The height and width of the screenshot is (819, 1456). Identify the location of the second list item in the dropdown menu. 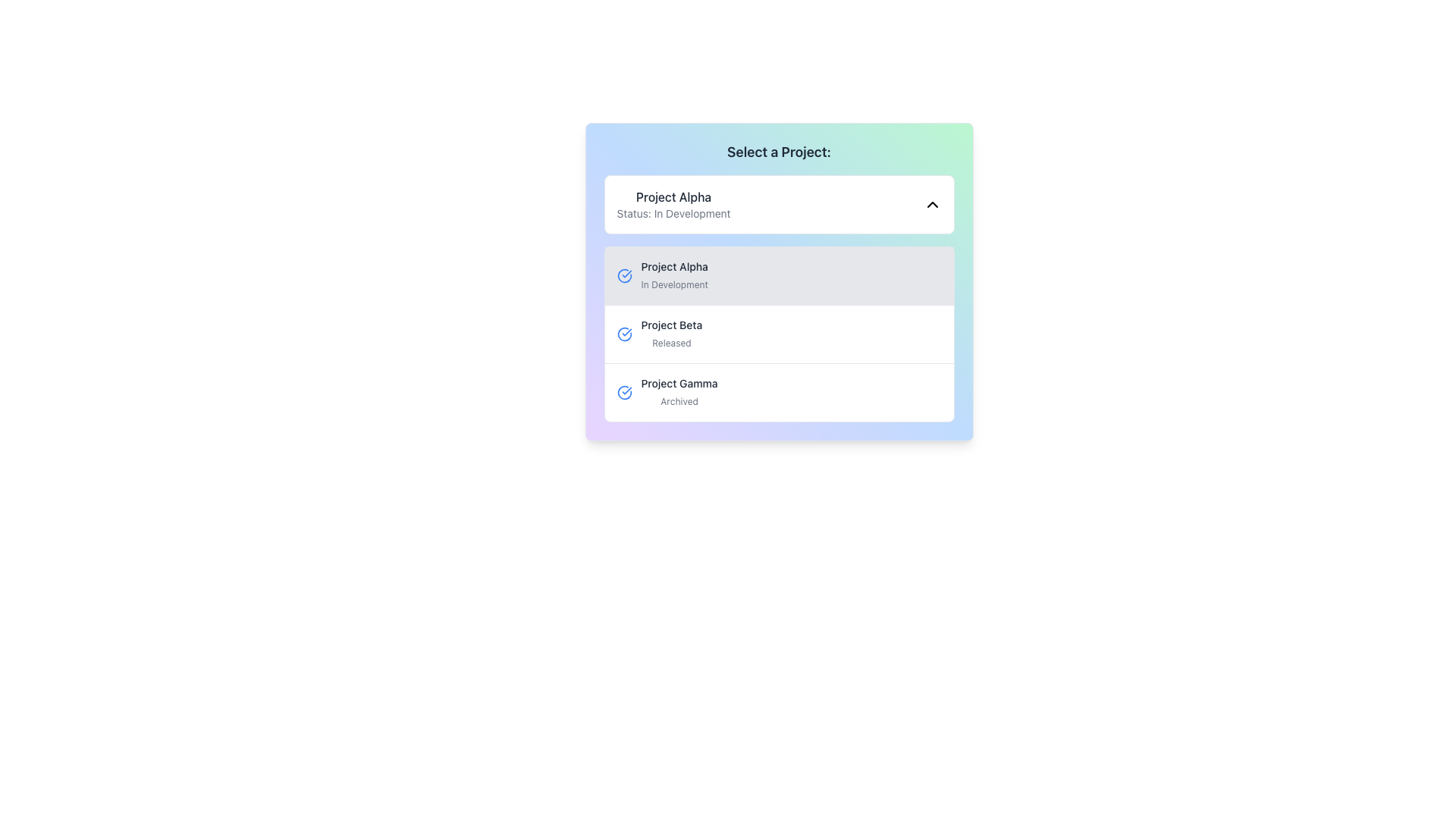
(779, 333).